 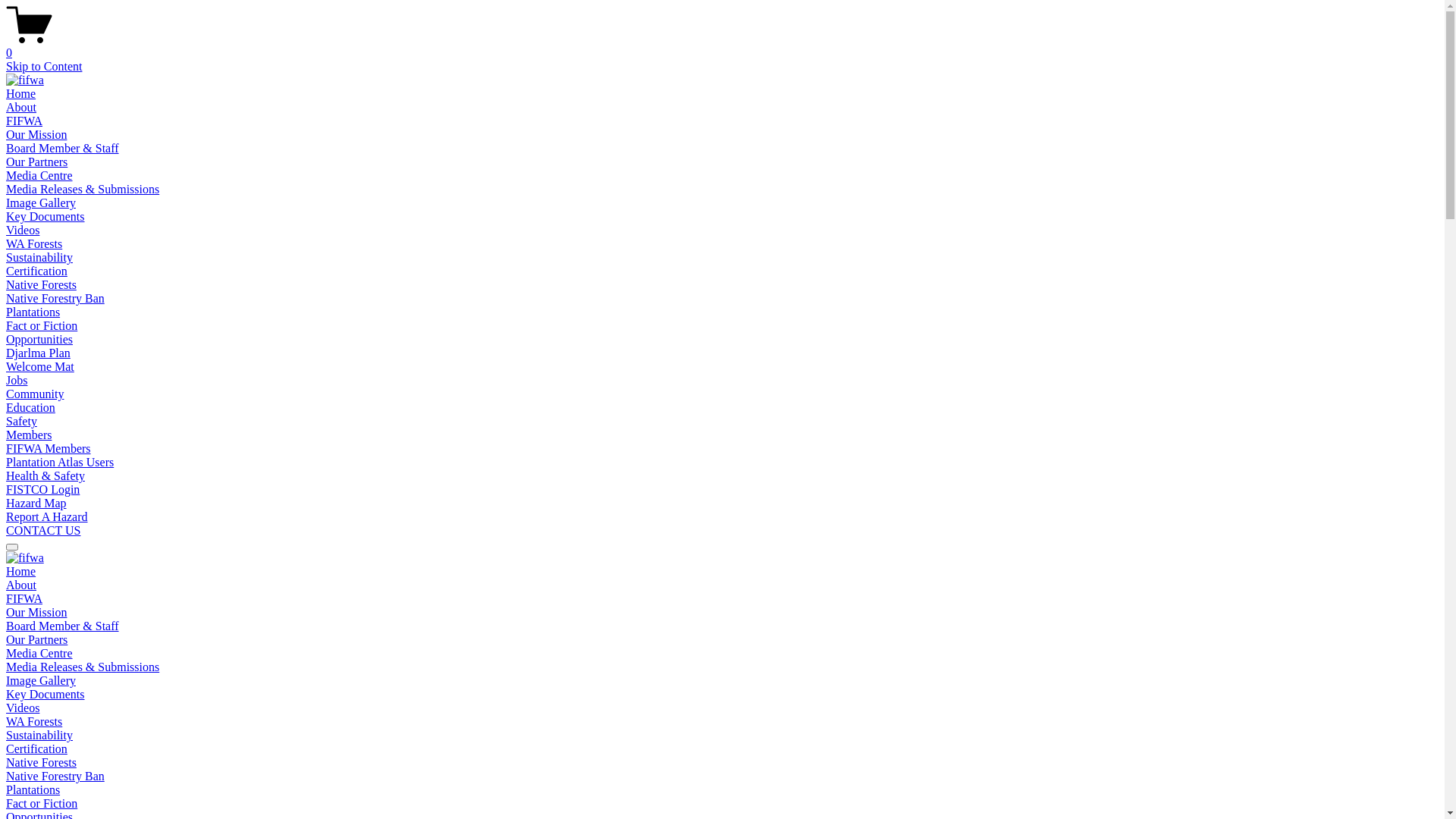 I want to click on 'Community', so click(x=6, y=393).